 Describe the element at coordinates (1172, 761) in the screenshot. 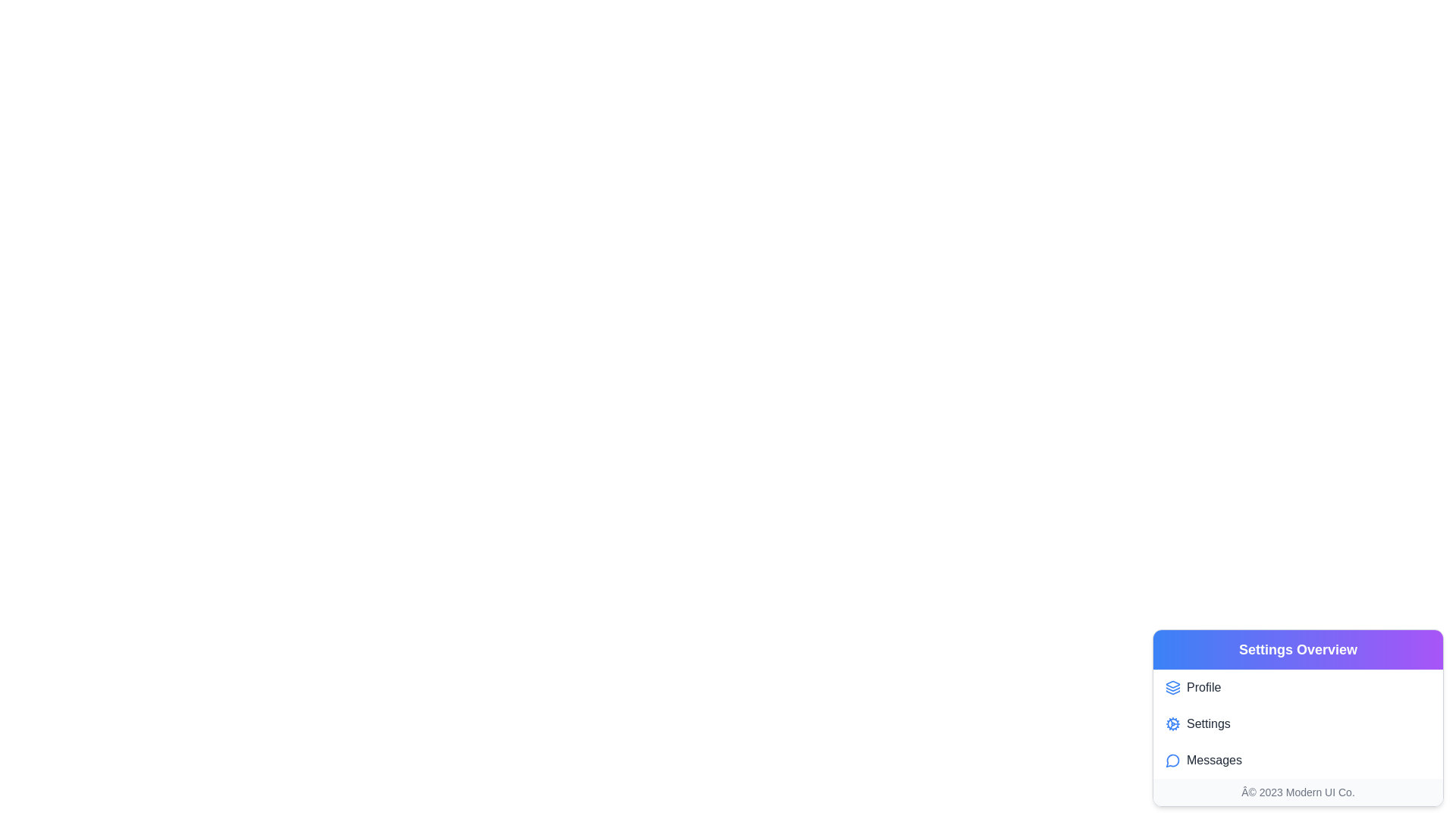

I see `the blue dialogue or message bubble icon located at the bottom right corner of the interface under the 'Settings Overview' section` at that location.